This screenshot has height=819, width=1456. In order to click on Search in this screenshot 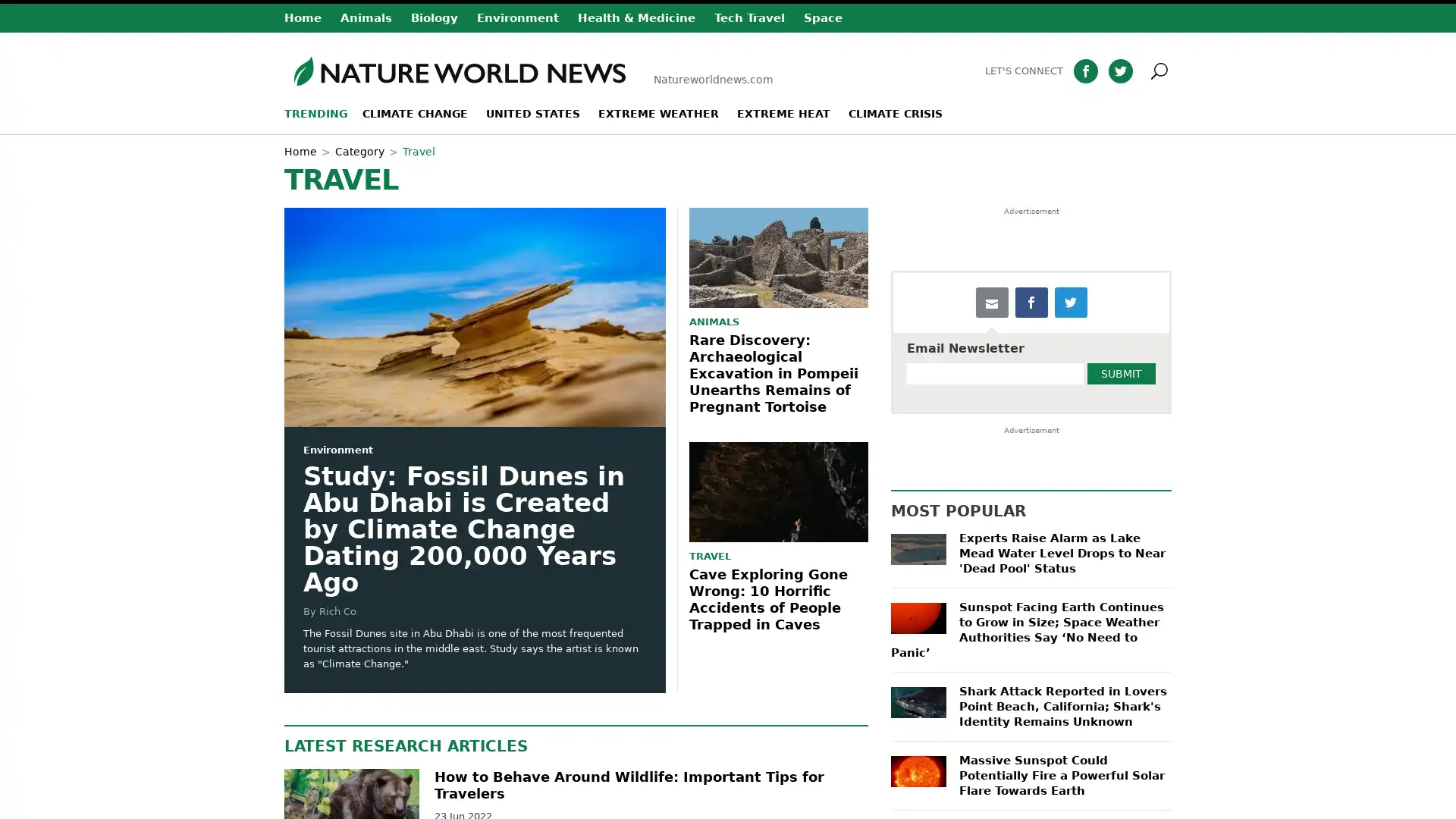, I will do `click(1181, 70)`.